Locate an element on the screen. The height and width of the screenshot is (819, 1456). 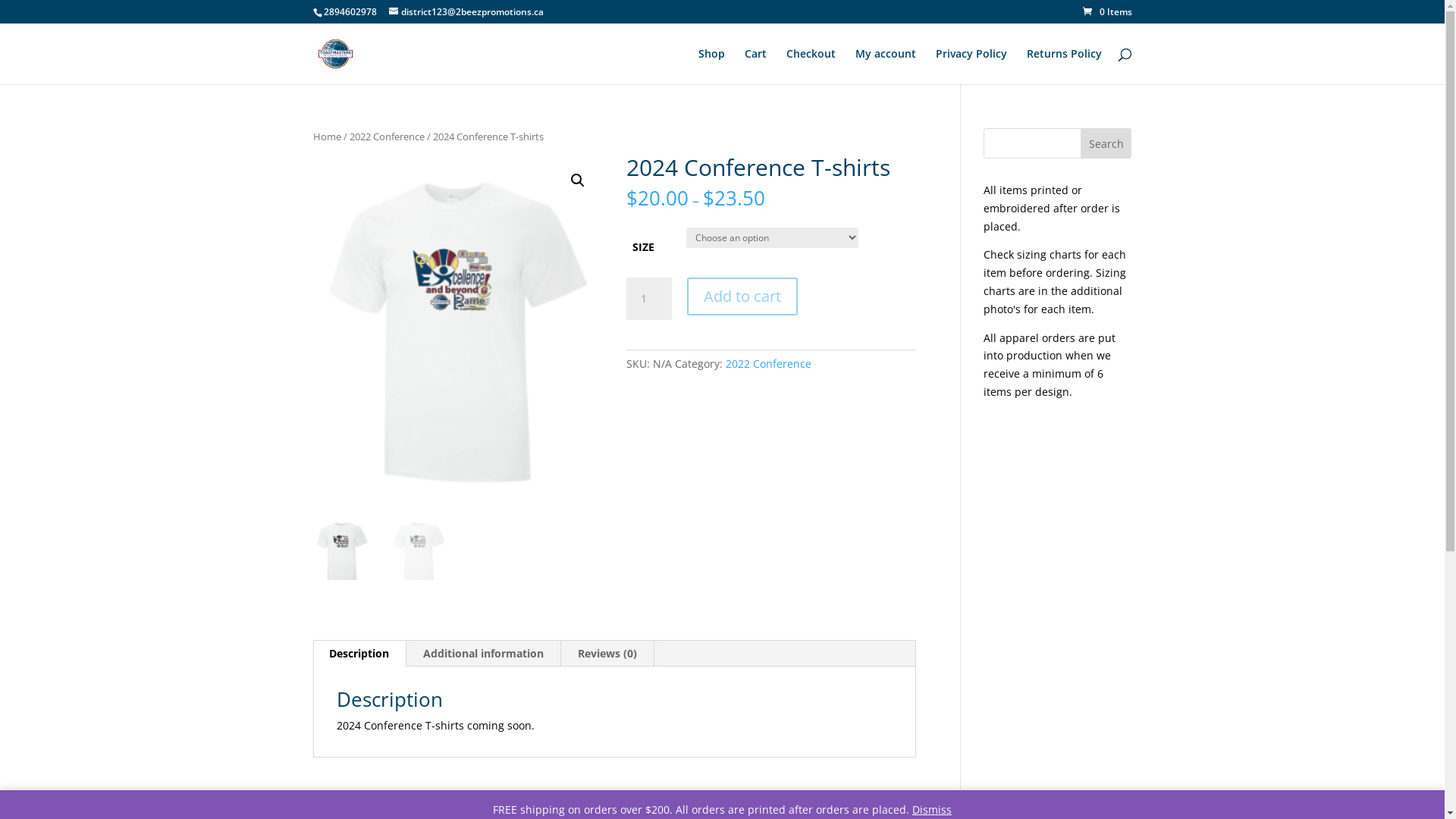
'Shop' is located at coordinates (710, 65).